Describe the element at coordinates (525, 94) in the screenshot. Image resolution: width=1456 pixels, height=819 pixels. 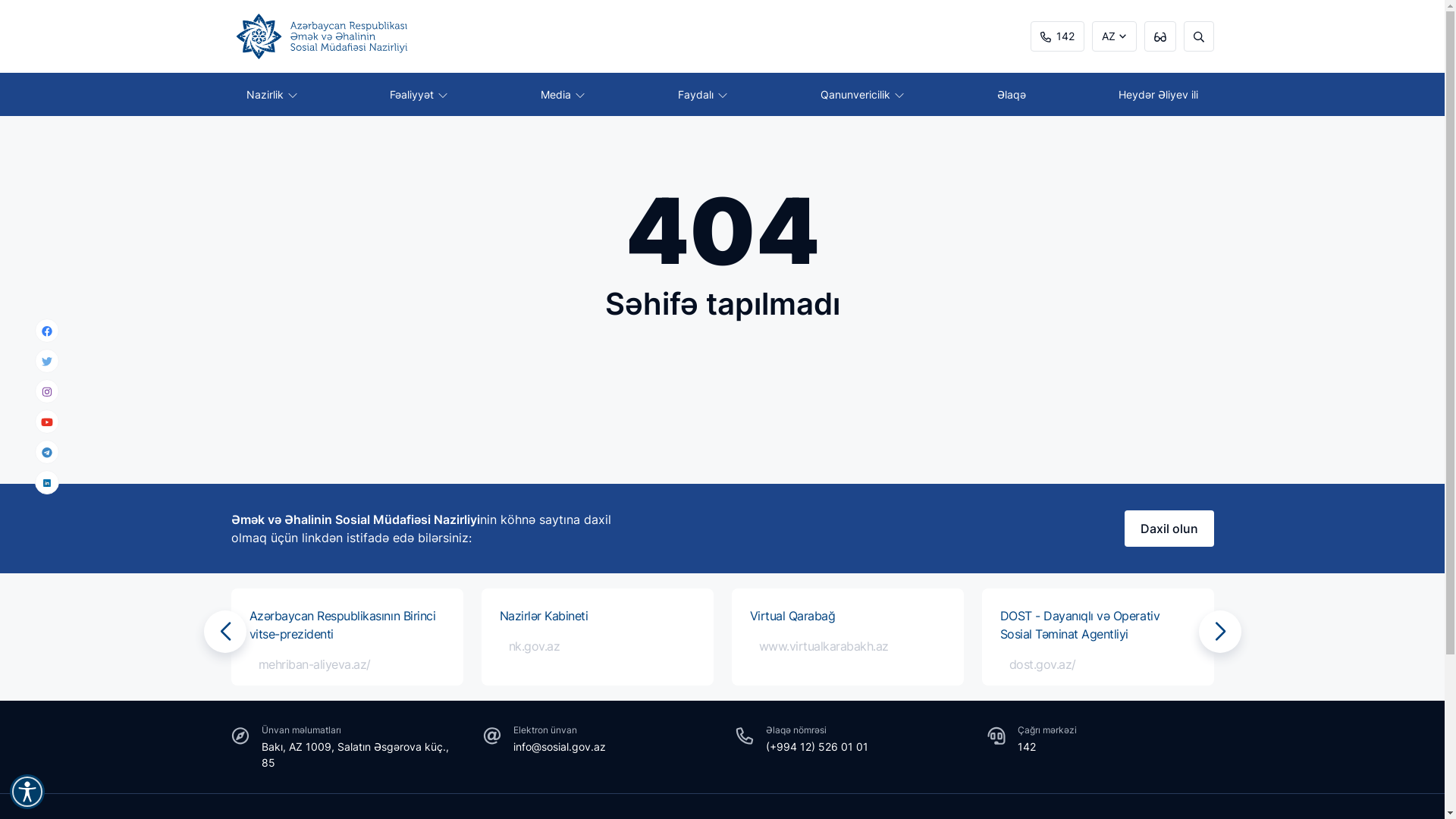
I see `'Media'` at that location.